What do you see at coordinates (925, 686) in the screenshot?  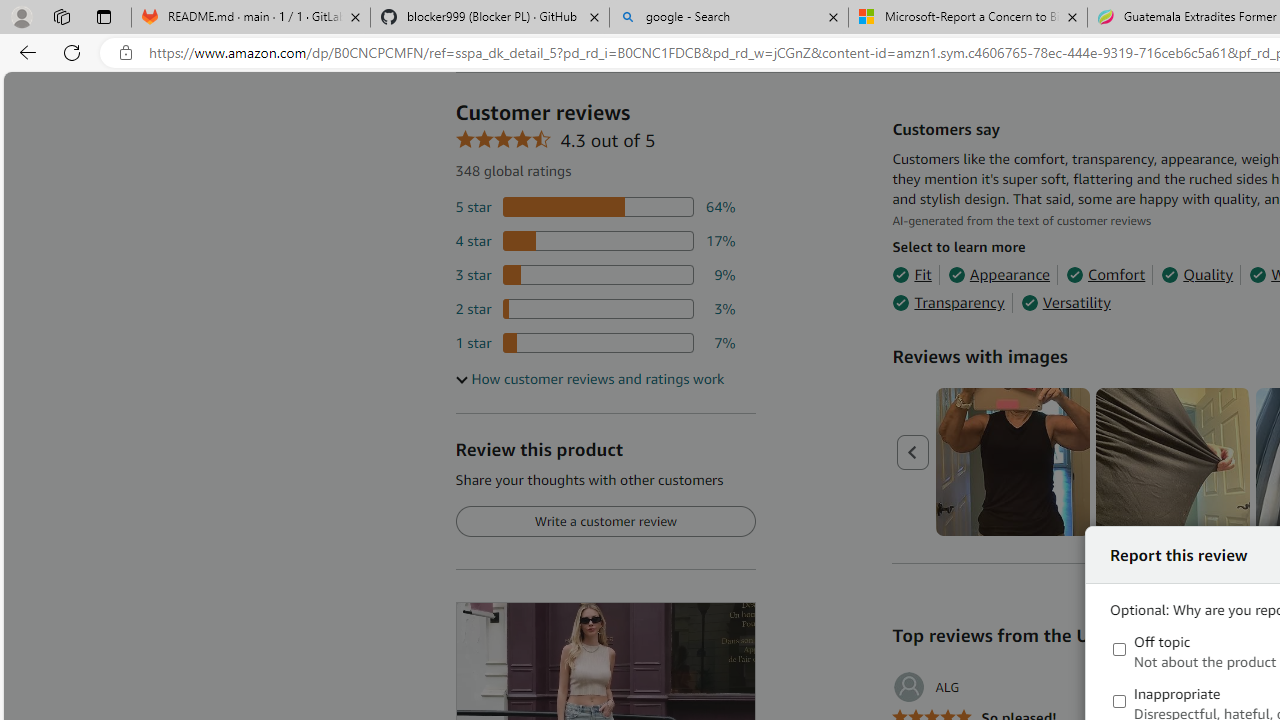 I see `'ALG'` at bounding box center [925, 686].